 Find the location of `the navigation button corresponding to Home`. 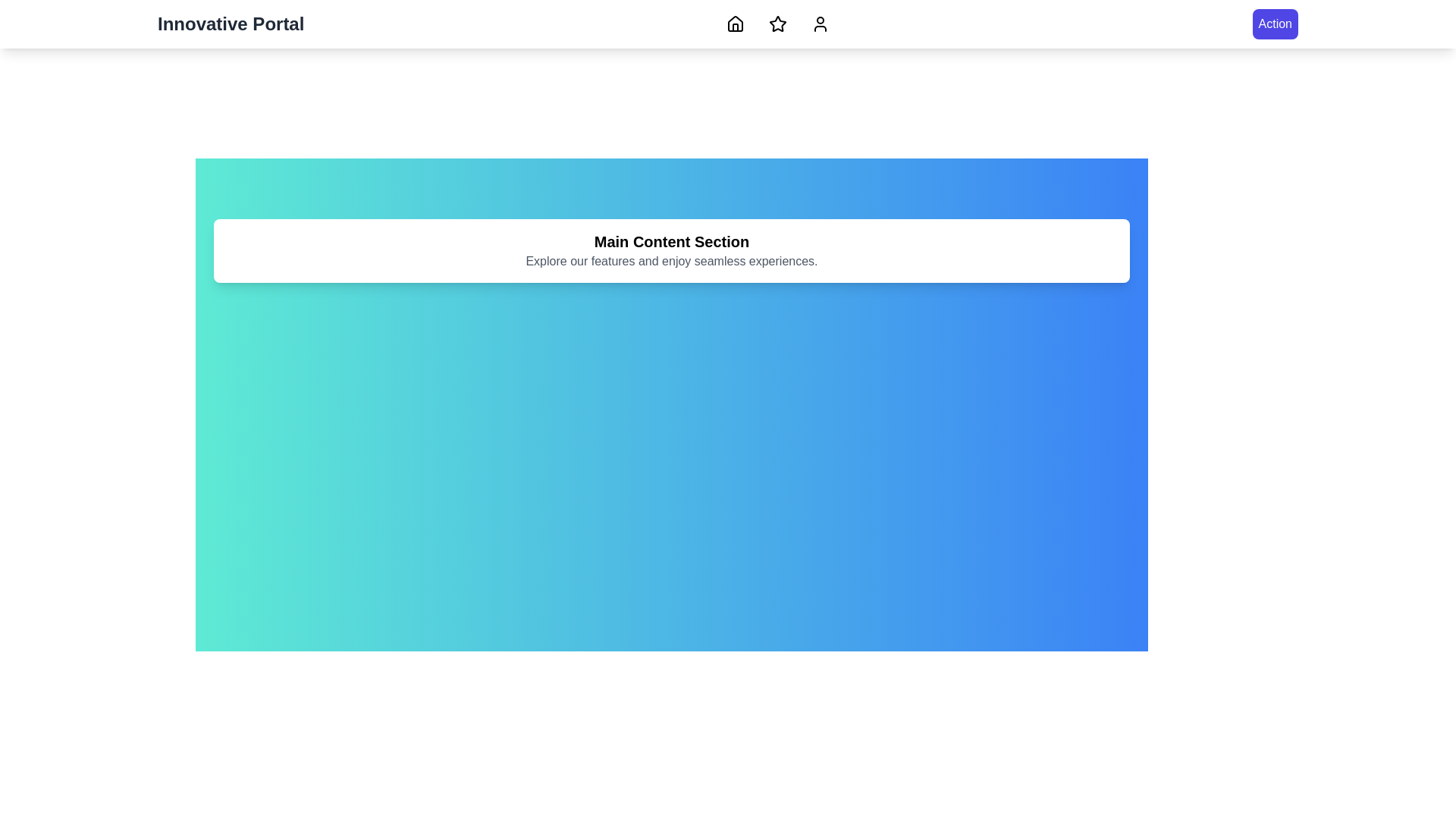

the navigation button corresponding to Home is located at coordinates (736, 24).